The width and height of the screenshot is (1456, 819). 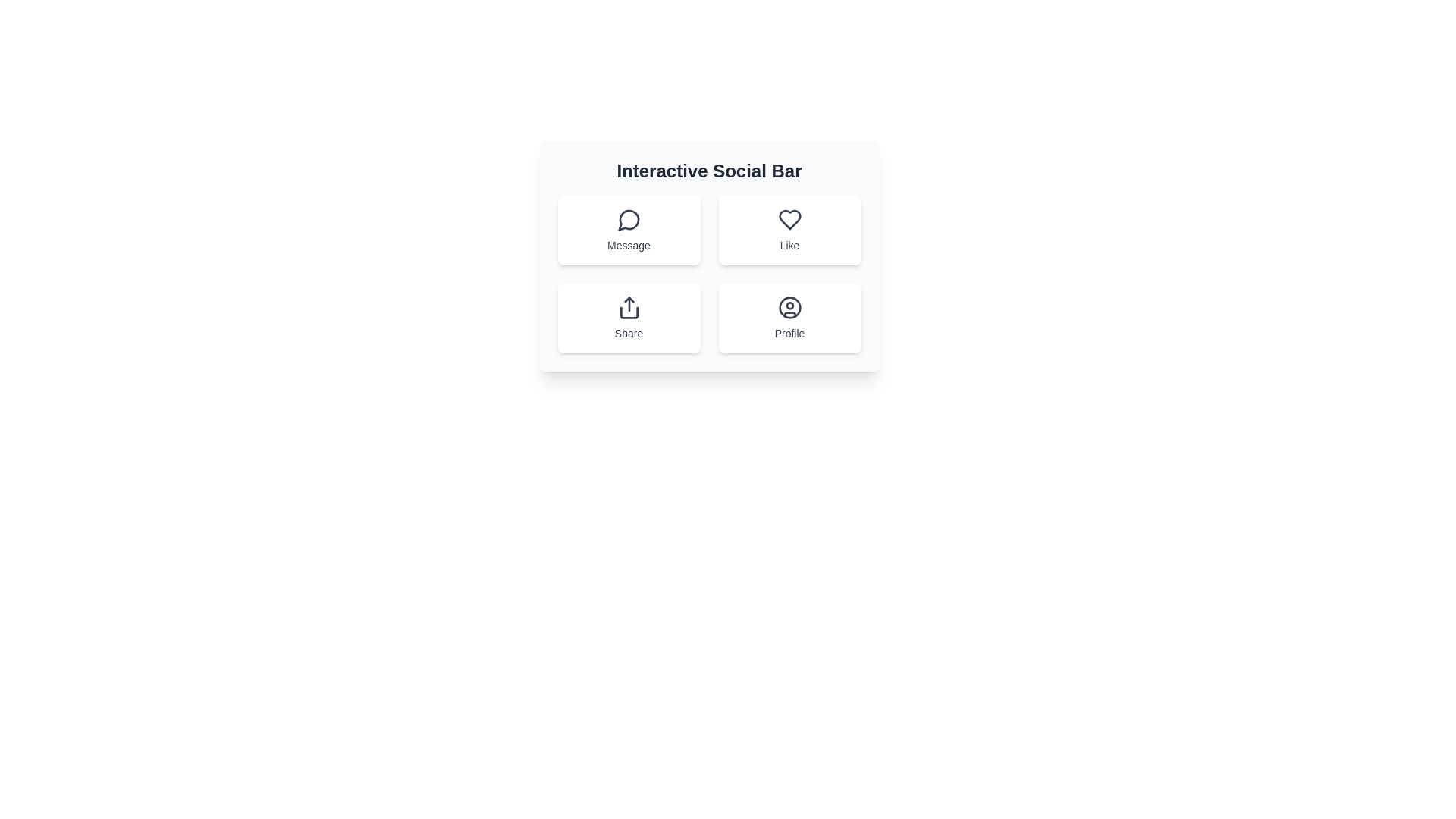 I want to click on the SVG circle element that represents the user's profile icon, located in the bottom-right section of the grid layout under the 'Interactive Social Bar', so click(x=789, y=307).